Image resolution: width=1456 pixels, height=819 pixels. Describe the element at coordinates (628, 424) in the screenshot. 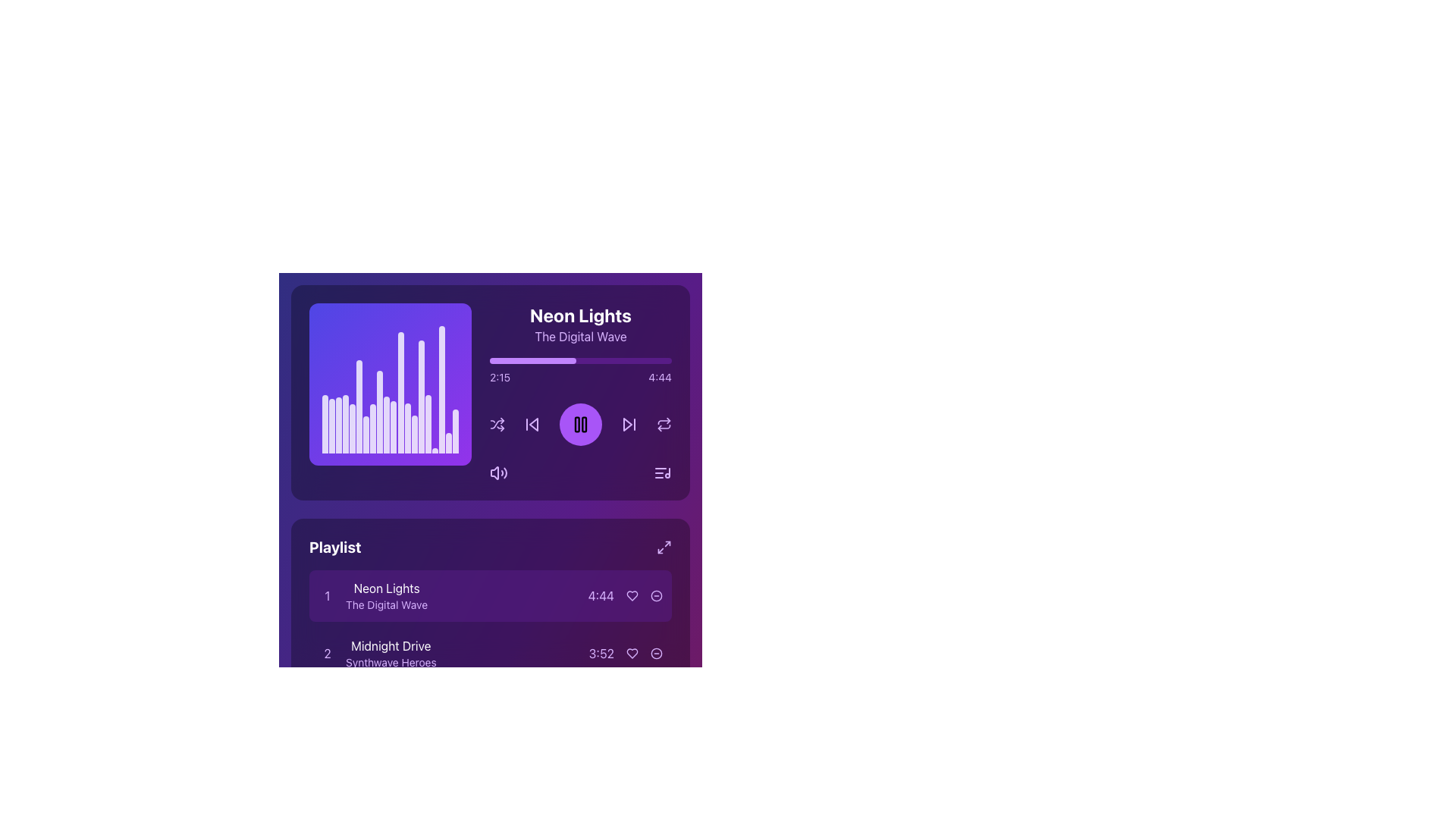

I see `the forward skip icon in the music player interface, which is located to the right of the central pause button` at that location.